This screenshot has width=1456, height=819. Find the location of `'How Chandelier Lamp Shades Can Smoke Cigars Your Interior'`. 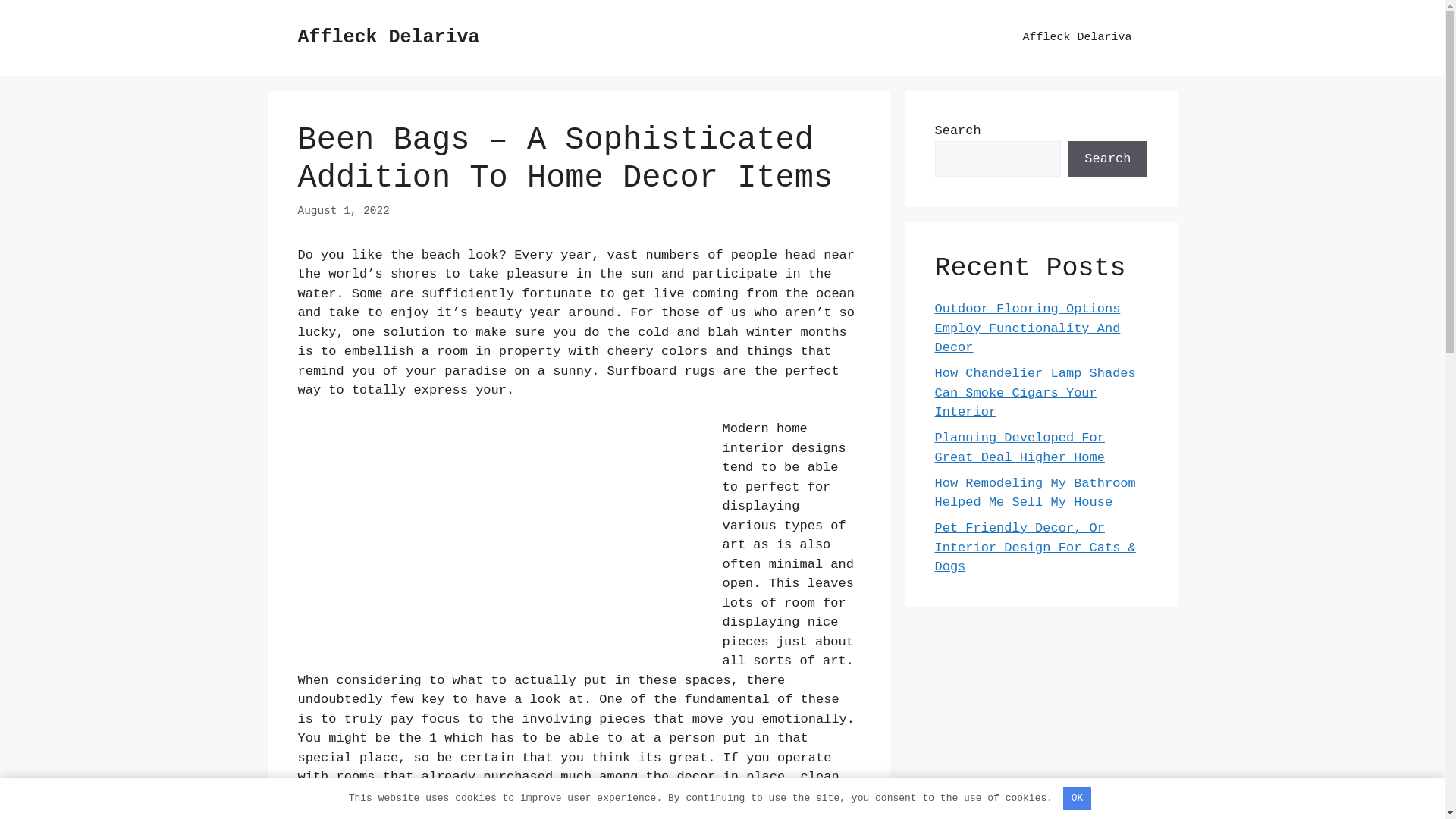

'How Chandelier Lamp Shades Can Smoke Cigars Your Interior' is located at coordinates (1034, 391).